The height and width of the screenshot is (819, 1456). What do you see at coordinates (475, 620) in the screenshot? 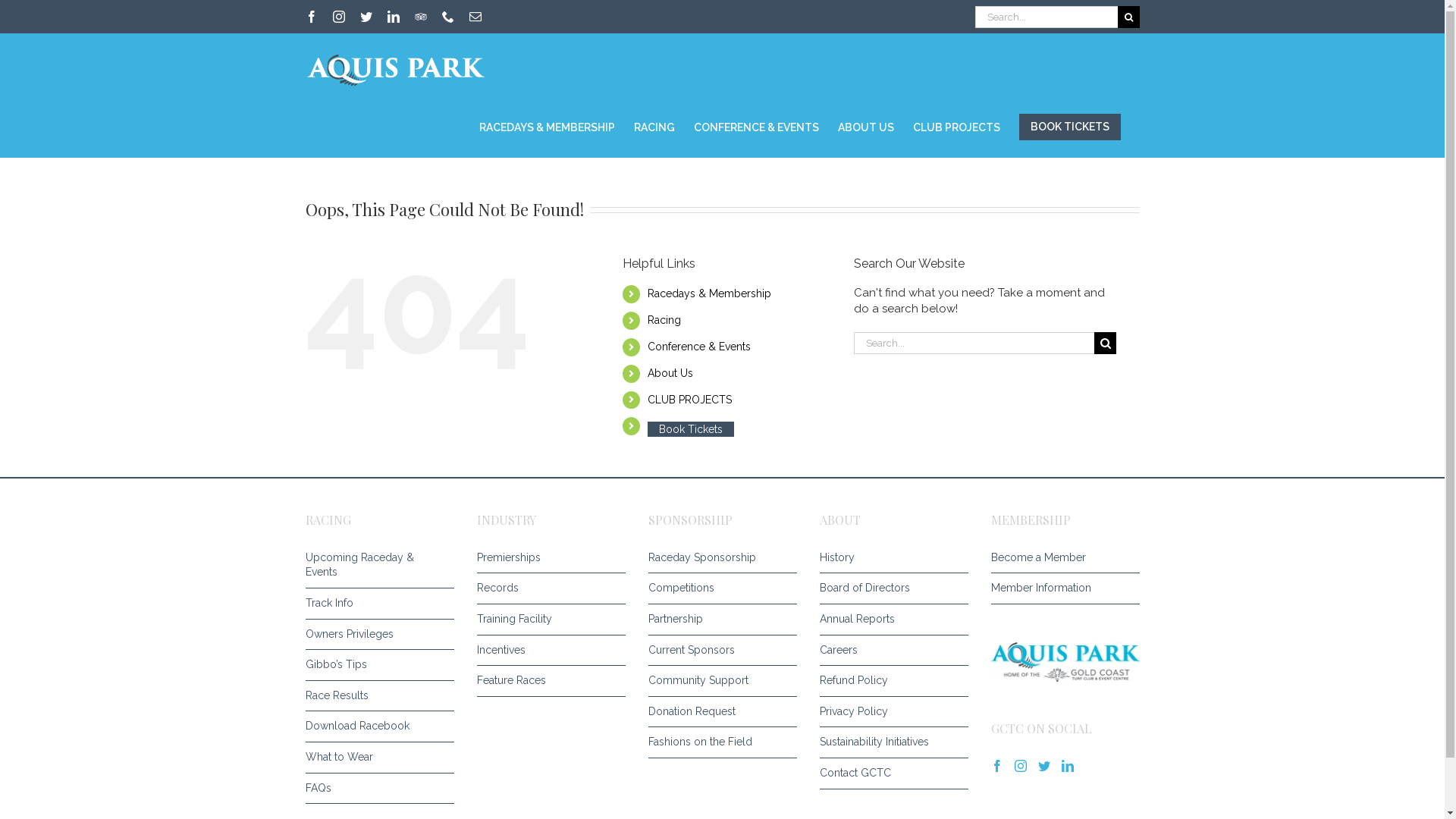
I see `'Training Facility'` at bounding box center [475, 620].